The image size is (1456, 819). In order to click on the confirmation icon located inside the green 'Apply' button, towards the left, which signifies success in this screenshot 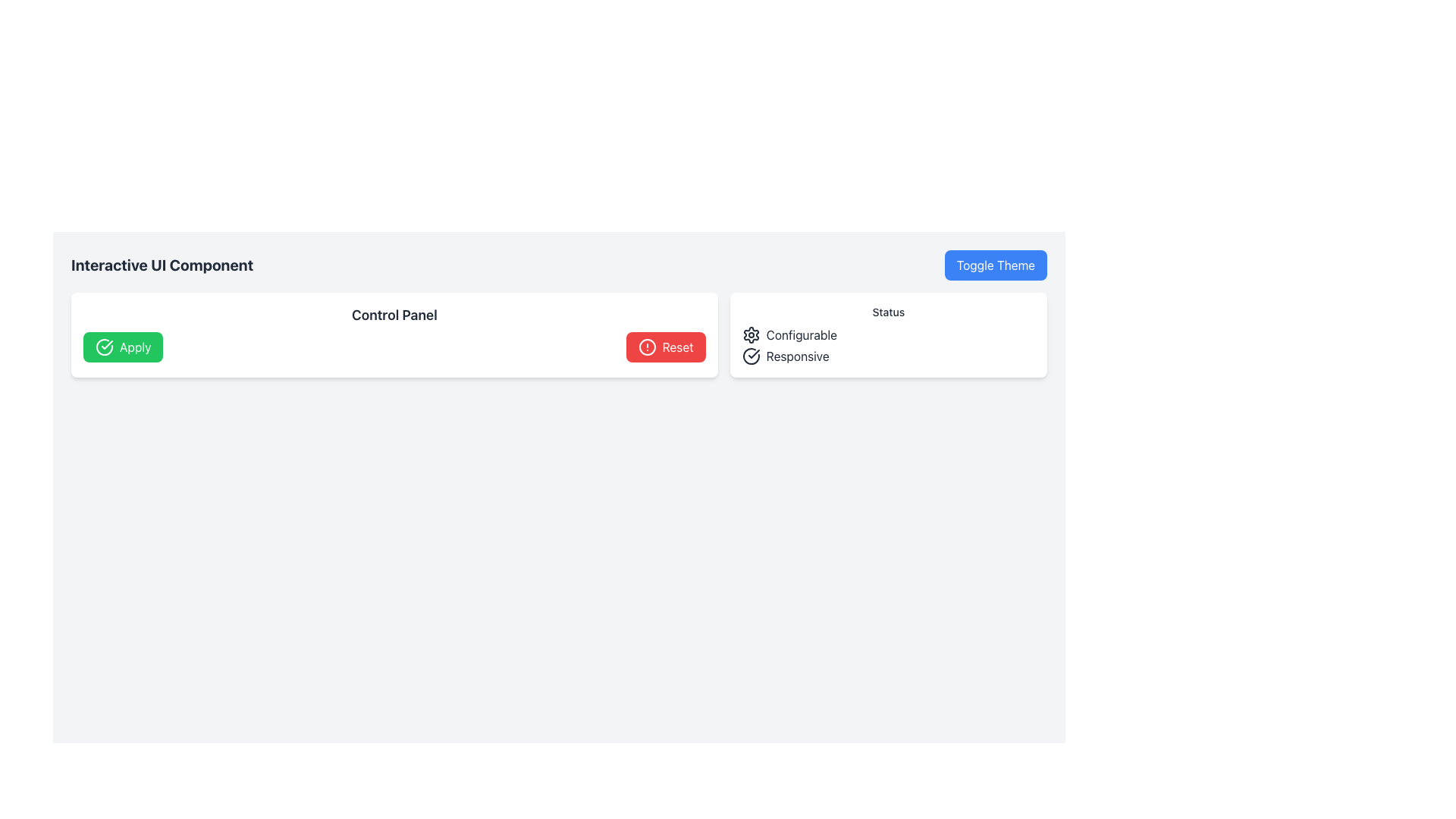, I will do `click(106, 345)`.